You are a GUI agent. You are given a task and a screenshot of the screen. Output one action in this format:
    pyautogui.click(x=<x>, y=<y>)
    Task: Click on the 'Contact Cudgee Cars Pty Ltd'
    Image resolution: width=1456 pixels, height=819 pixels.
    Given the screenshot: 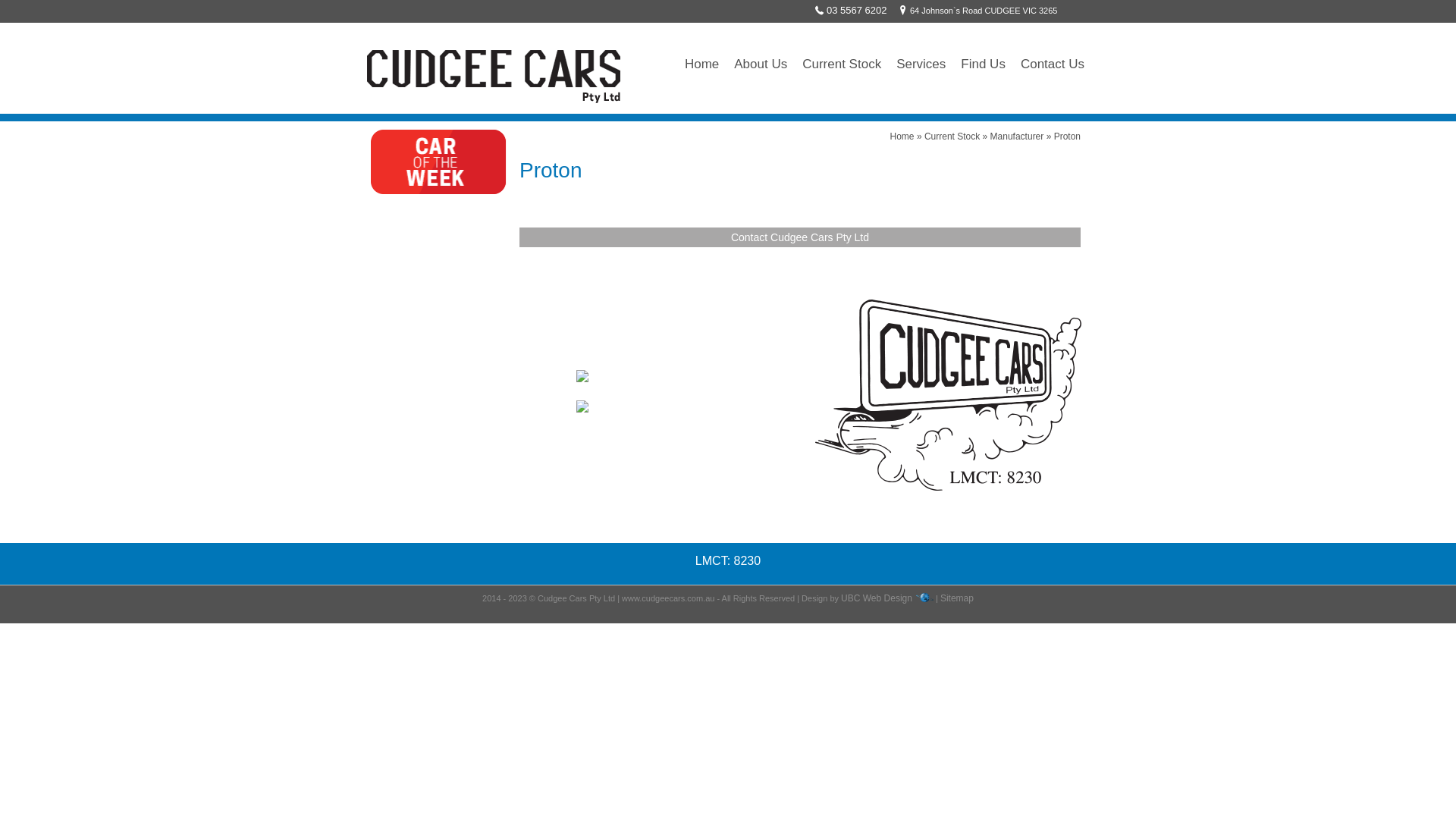 What is the action you would take?
    pyautogui.click(x=731, y=237)
    